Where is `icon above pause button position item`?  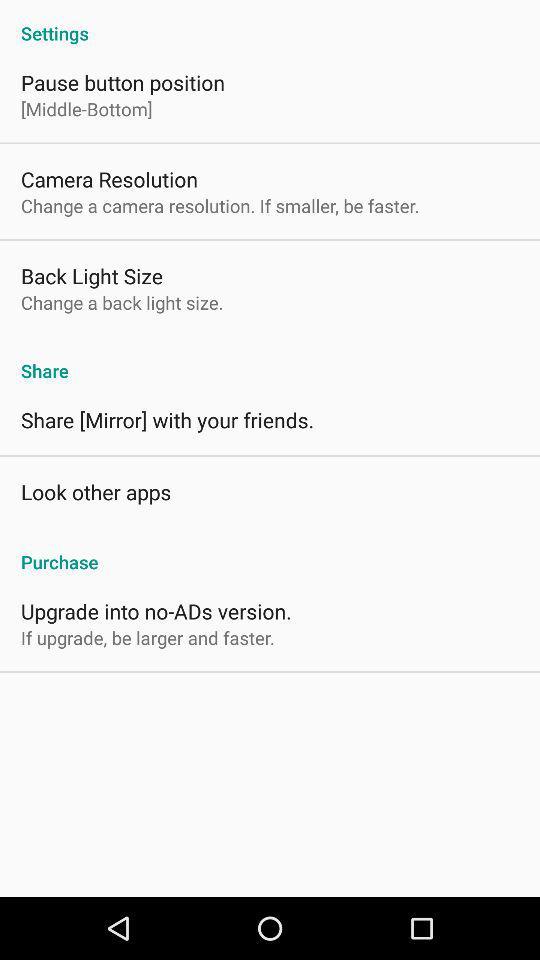 icon above pause button position item is located at coordinates (270, 21).